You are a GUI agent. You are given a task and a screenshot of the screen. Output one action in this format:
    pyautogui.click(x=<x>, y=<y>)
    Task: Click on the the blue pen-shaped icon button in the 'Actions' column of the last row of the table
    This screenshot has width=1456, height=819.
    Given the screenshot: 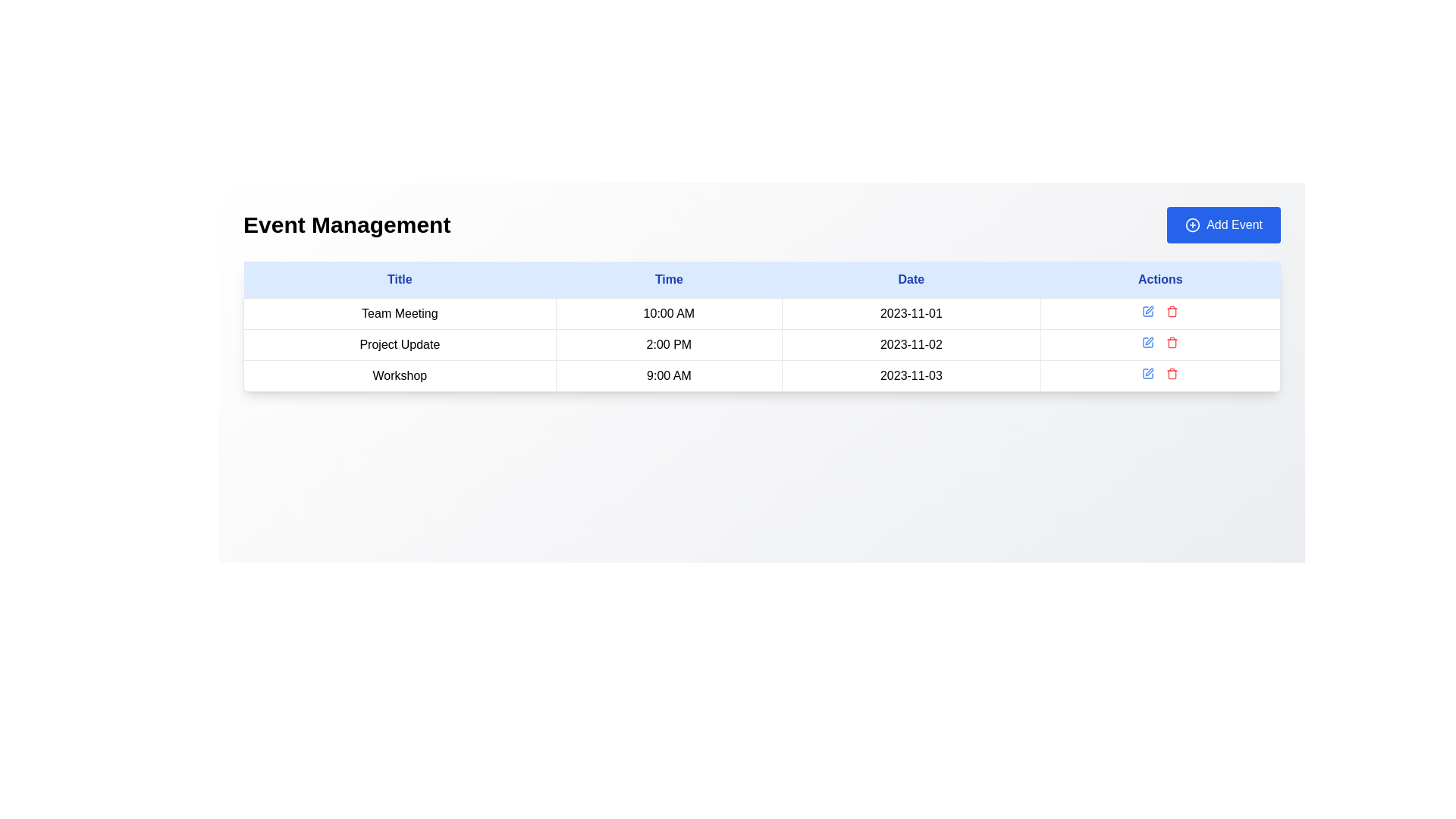 What is the action you would take?
    pyautogui.click(x=1148, y=374)
    